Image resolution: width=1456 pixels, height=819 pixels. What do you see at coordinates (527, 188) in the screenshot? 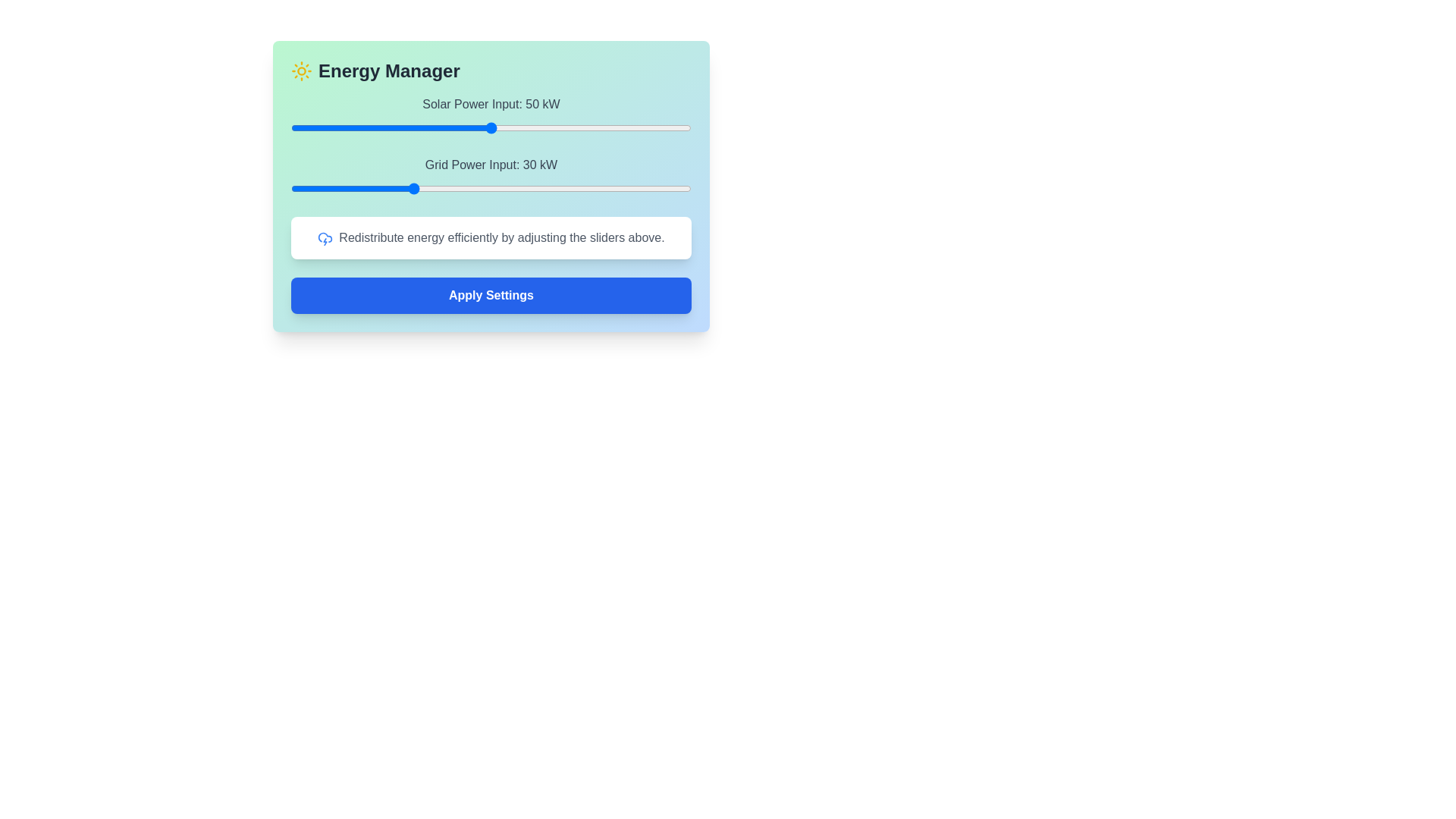
I see `the Grid Power Input slider to 59 kW` at bounding box center [527, 188].